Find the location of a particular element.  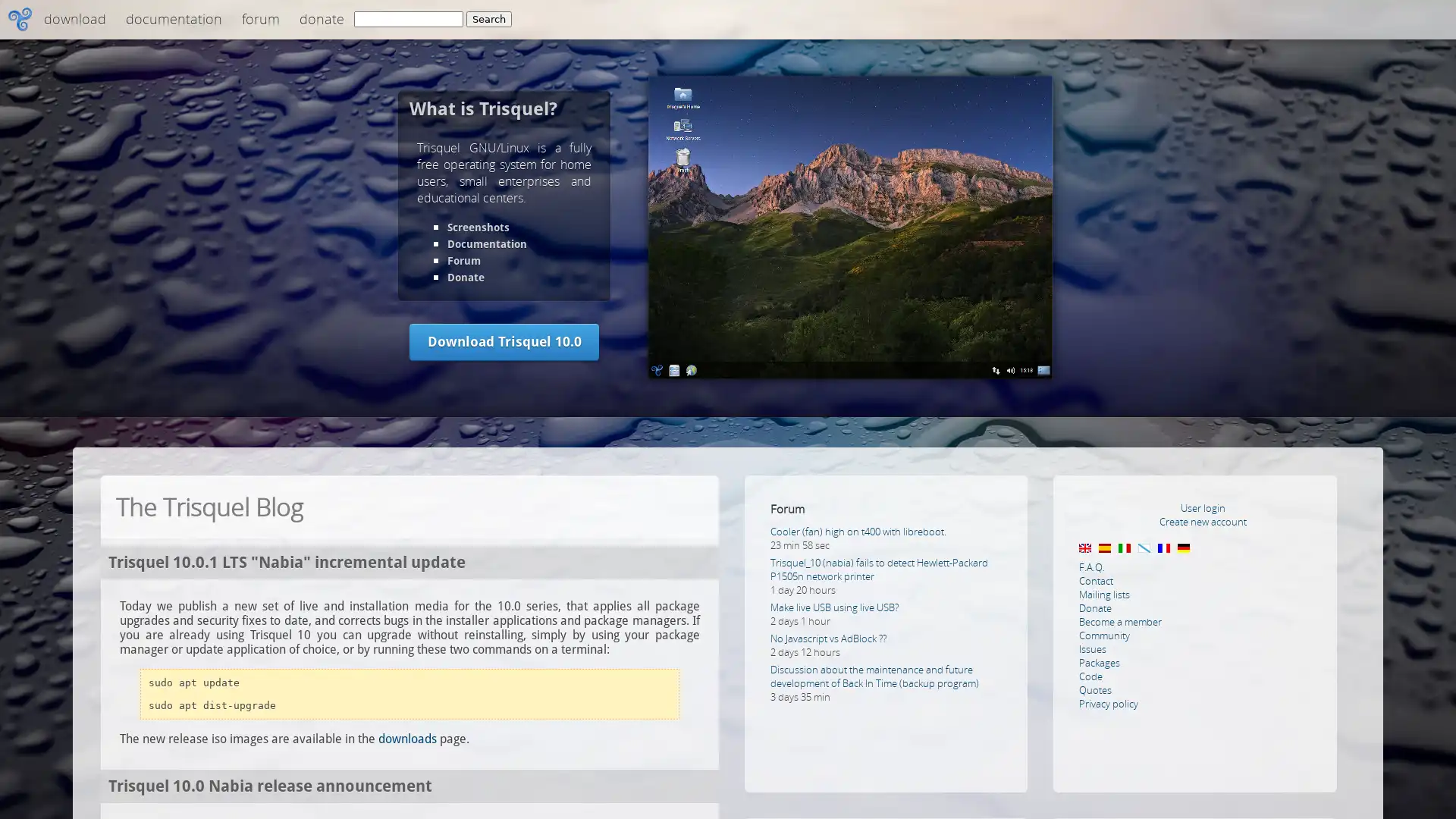

Search is located at coordinates (488, 19).